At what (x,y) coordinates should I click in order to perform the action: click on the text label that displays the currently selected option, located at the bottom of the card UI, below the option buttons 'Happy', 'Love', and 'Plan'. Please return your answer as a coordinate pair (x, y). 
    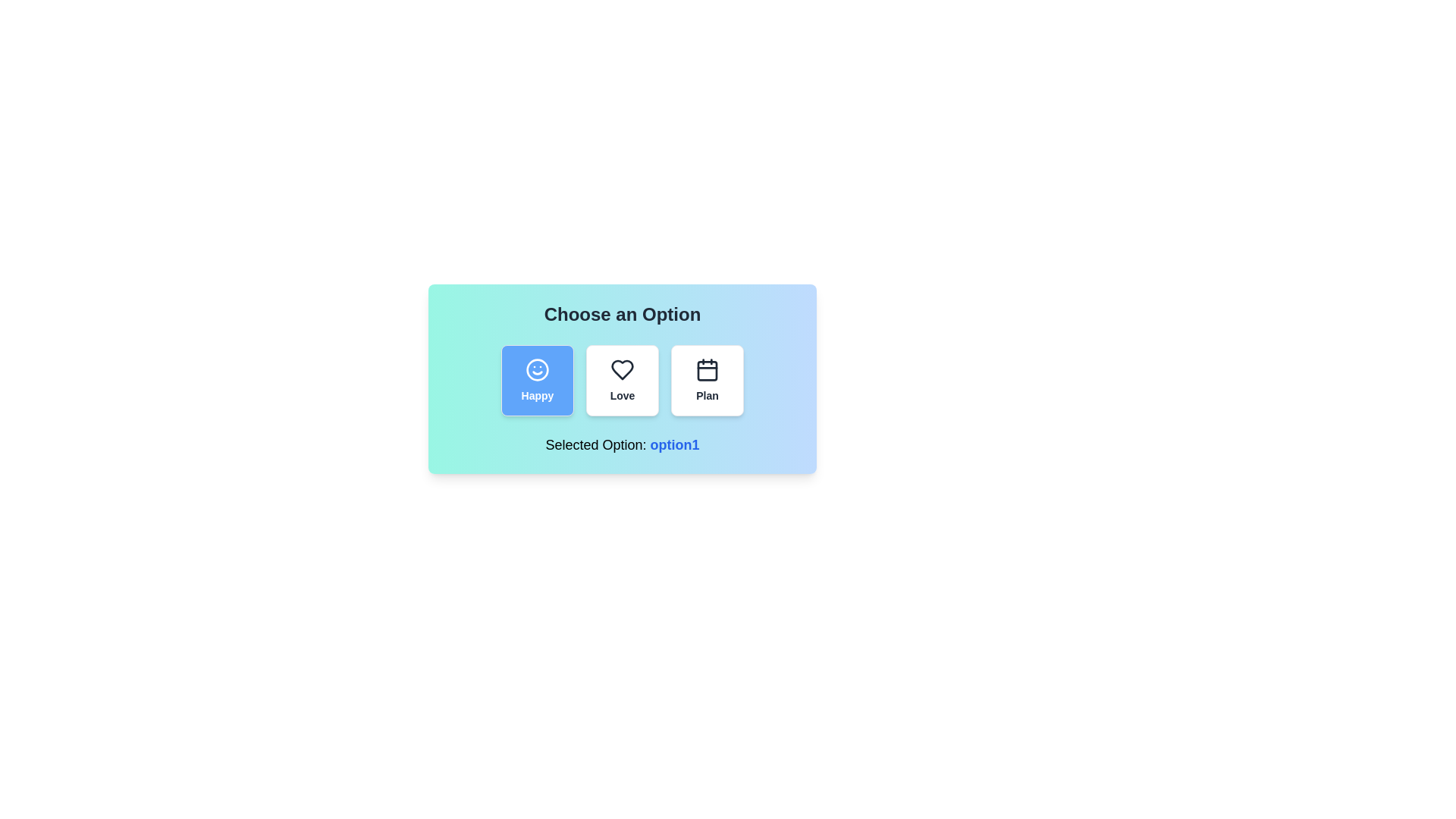
    Looking at the image, I should click on (622, 444).